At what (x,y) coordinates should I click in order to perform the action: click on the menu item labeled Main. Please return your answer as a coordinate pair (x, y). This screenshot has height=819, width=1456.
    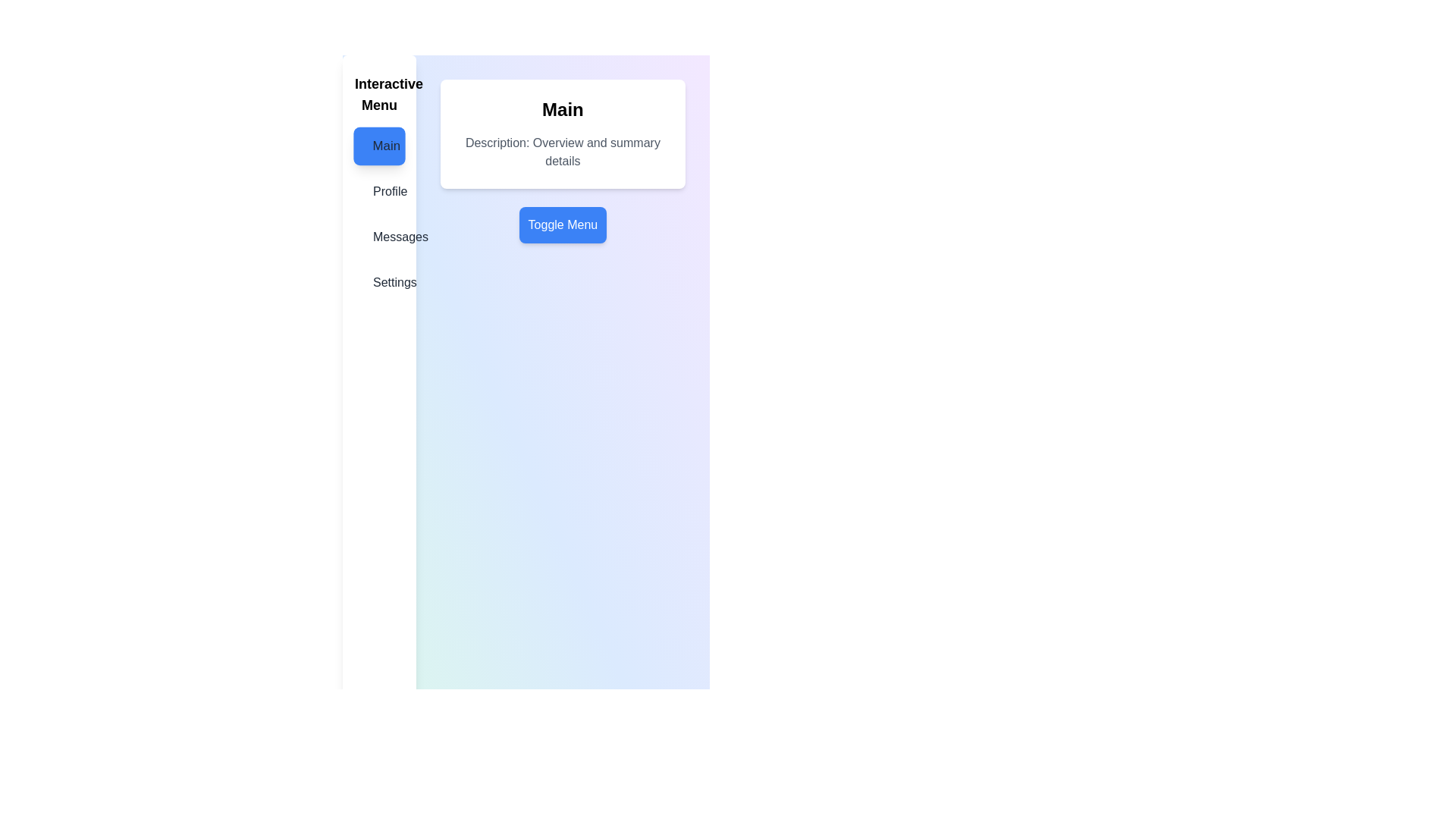
    Looking at the image, I should click on (378, 146).